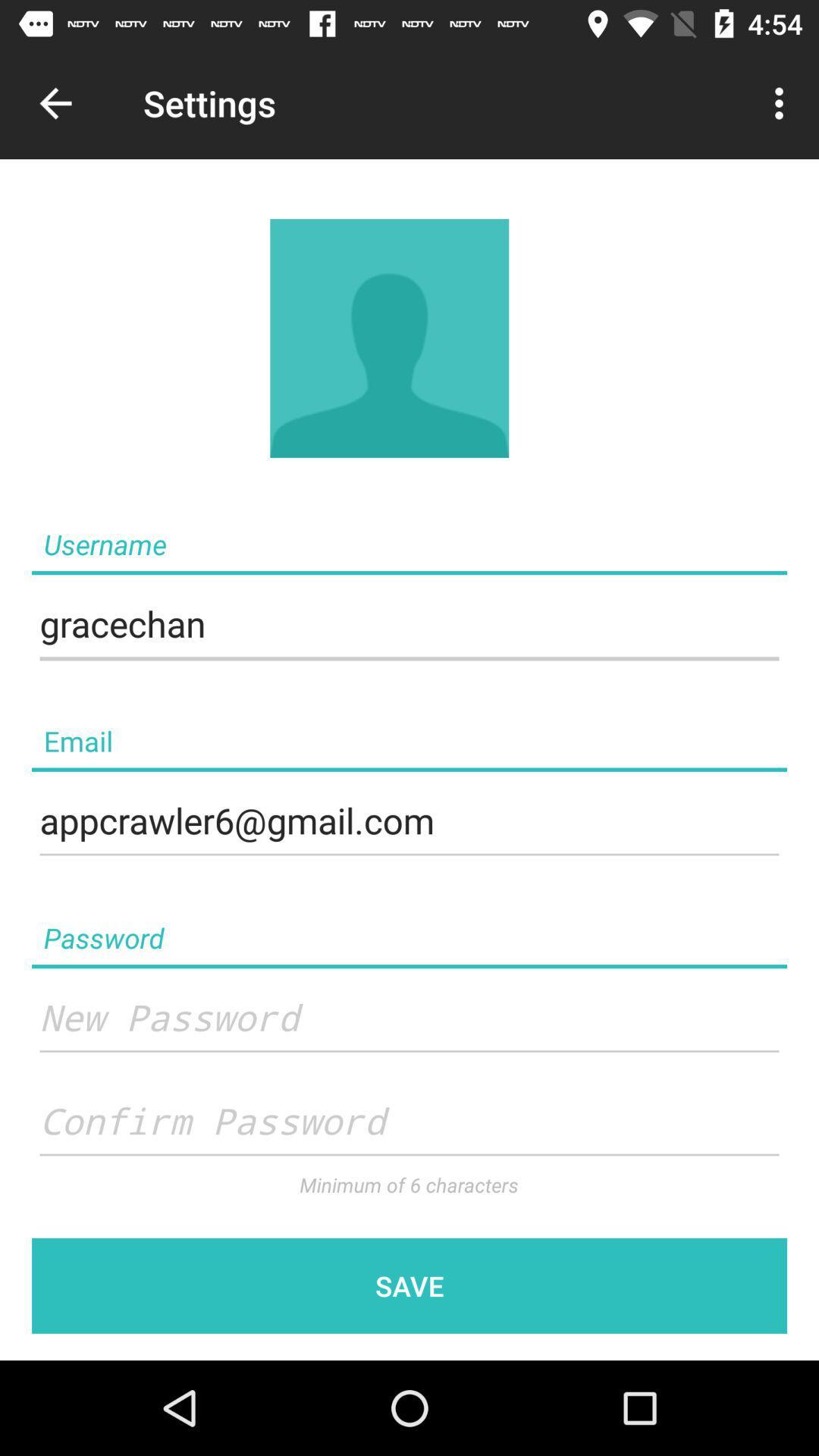 This screenshot has width=819, height=1456. Describe the element at coordinates (785, 103) in the screenshot. I see `menu` at that location.